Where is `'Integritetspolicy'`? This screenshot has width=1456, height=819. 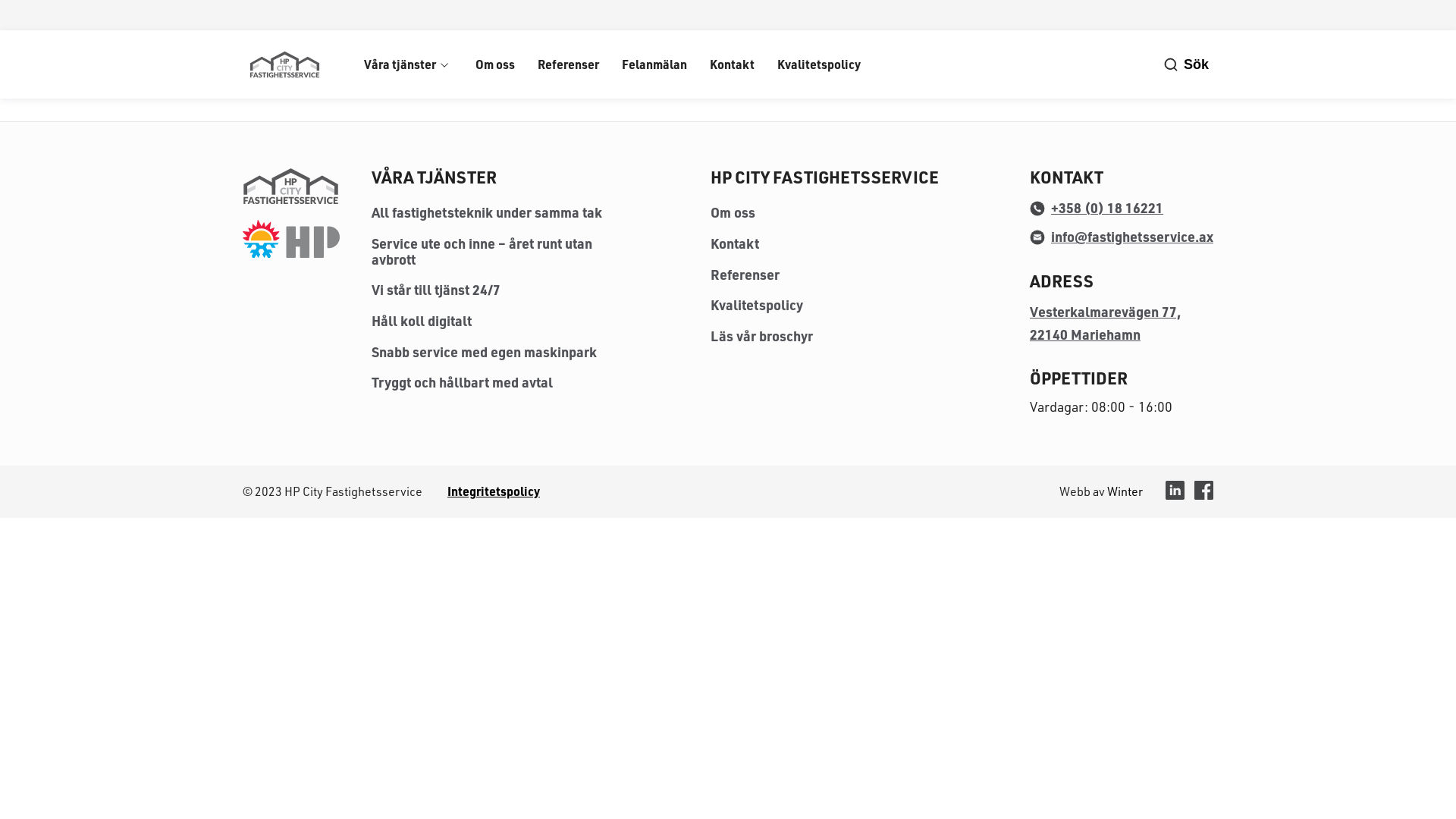 'Integritetspolicy' is located at coordinates (494, 491).